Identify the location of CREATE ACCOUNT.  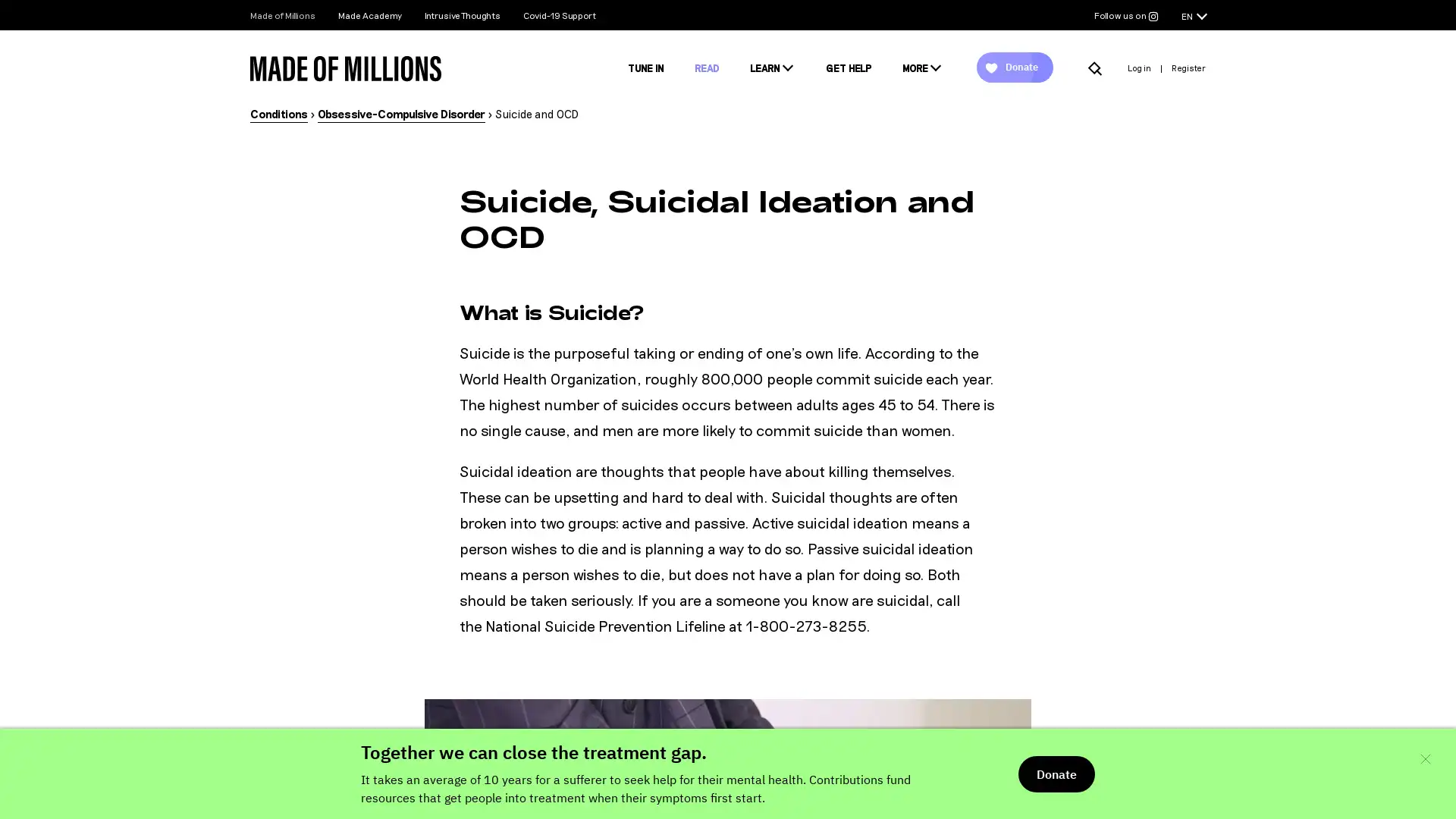
(728, 581).